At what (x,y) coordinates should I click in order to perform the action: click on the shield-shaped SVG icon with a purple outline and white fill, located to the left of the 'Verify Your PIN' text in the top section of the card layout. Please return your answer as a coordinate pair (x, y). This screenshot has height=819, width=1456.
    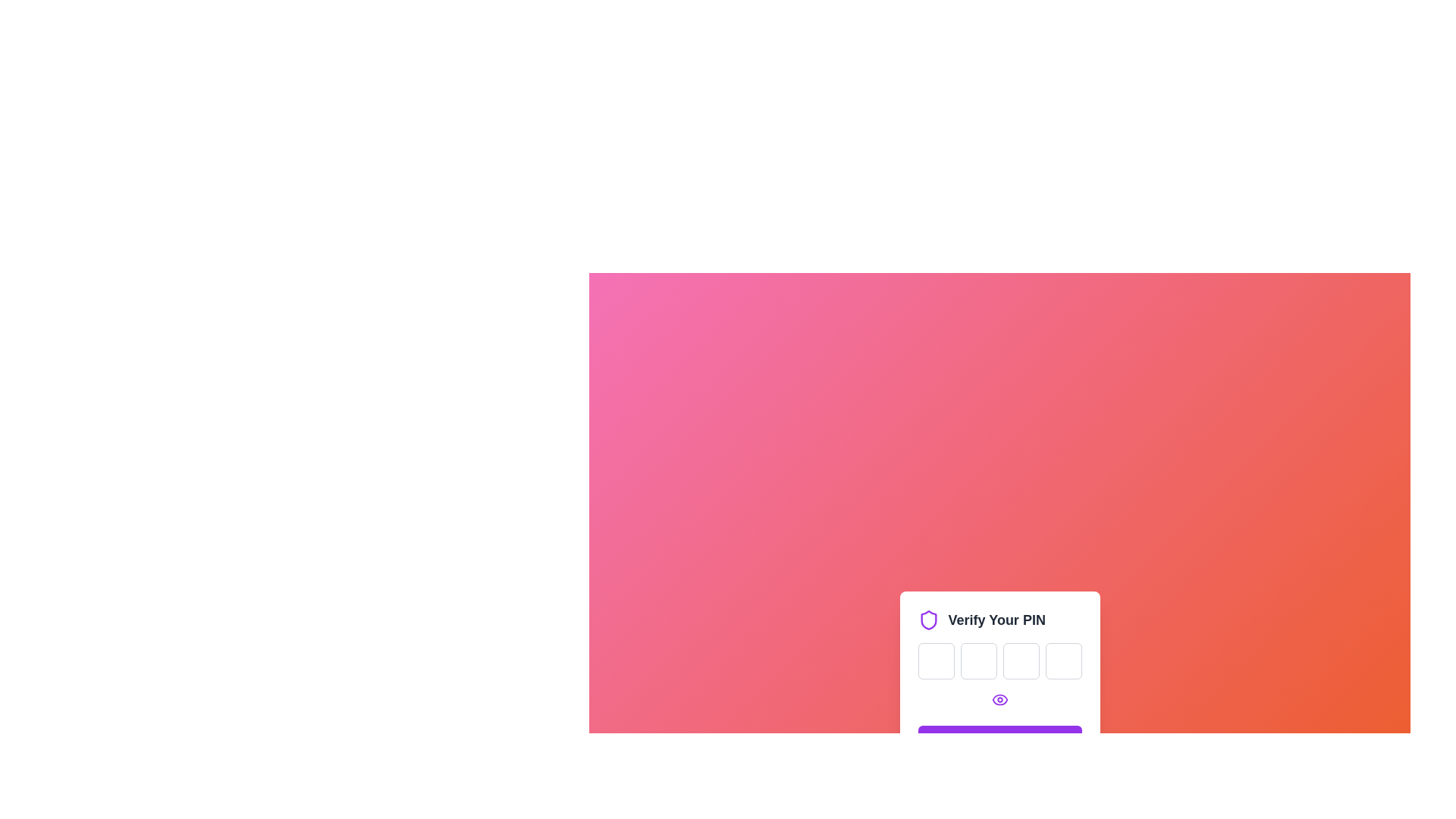
    Looking at the image, I should click on (927, 620).